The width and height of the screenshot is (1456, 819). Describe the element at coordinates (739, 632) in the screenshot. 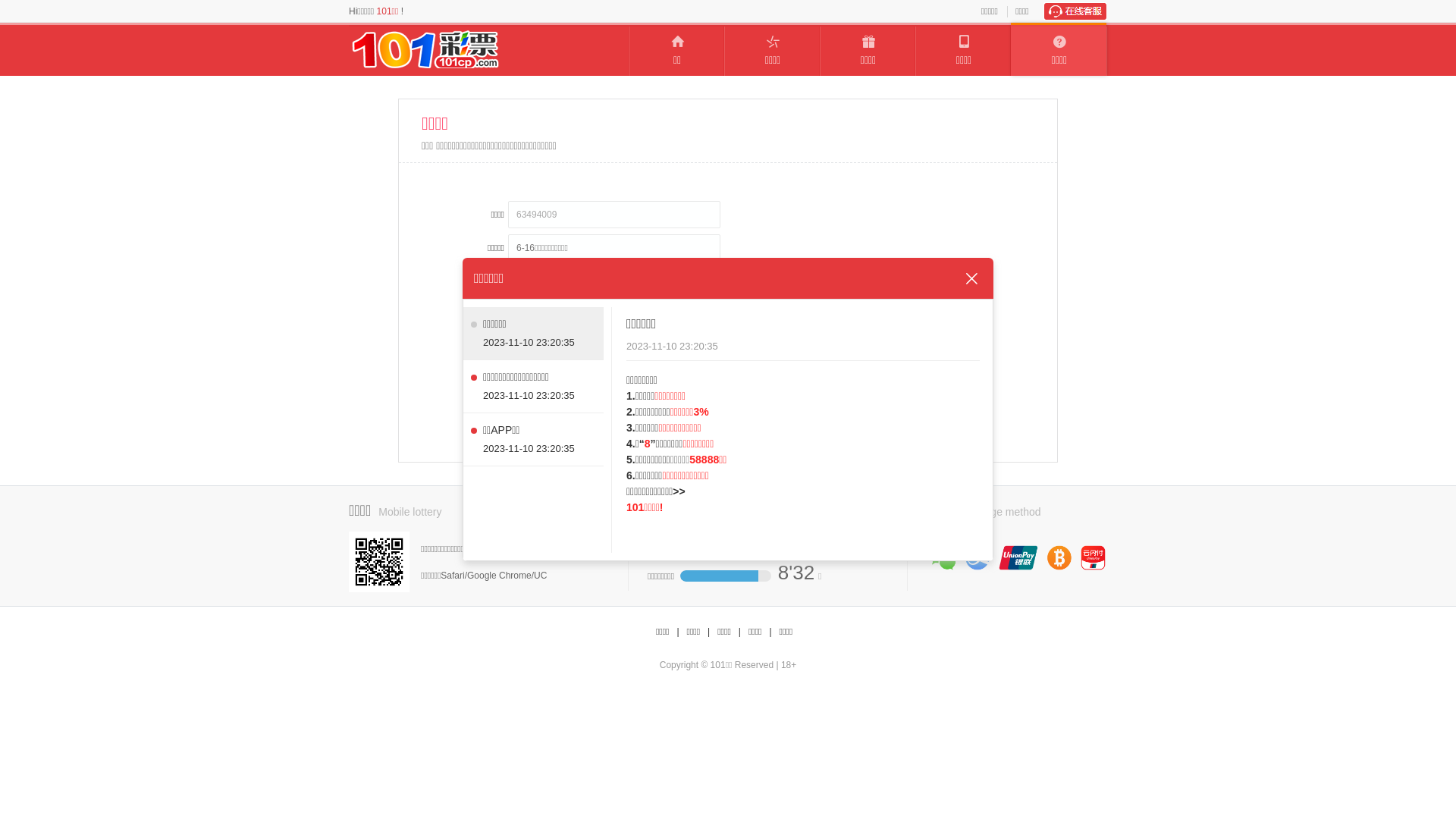

I see `'|'` at that location.